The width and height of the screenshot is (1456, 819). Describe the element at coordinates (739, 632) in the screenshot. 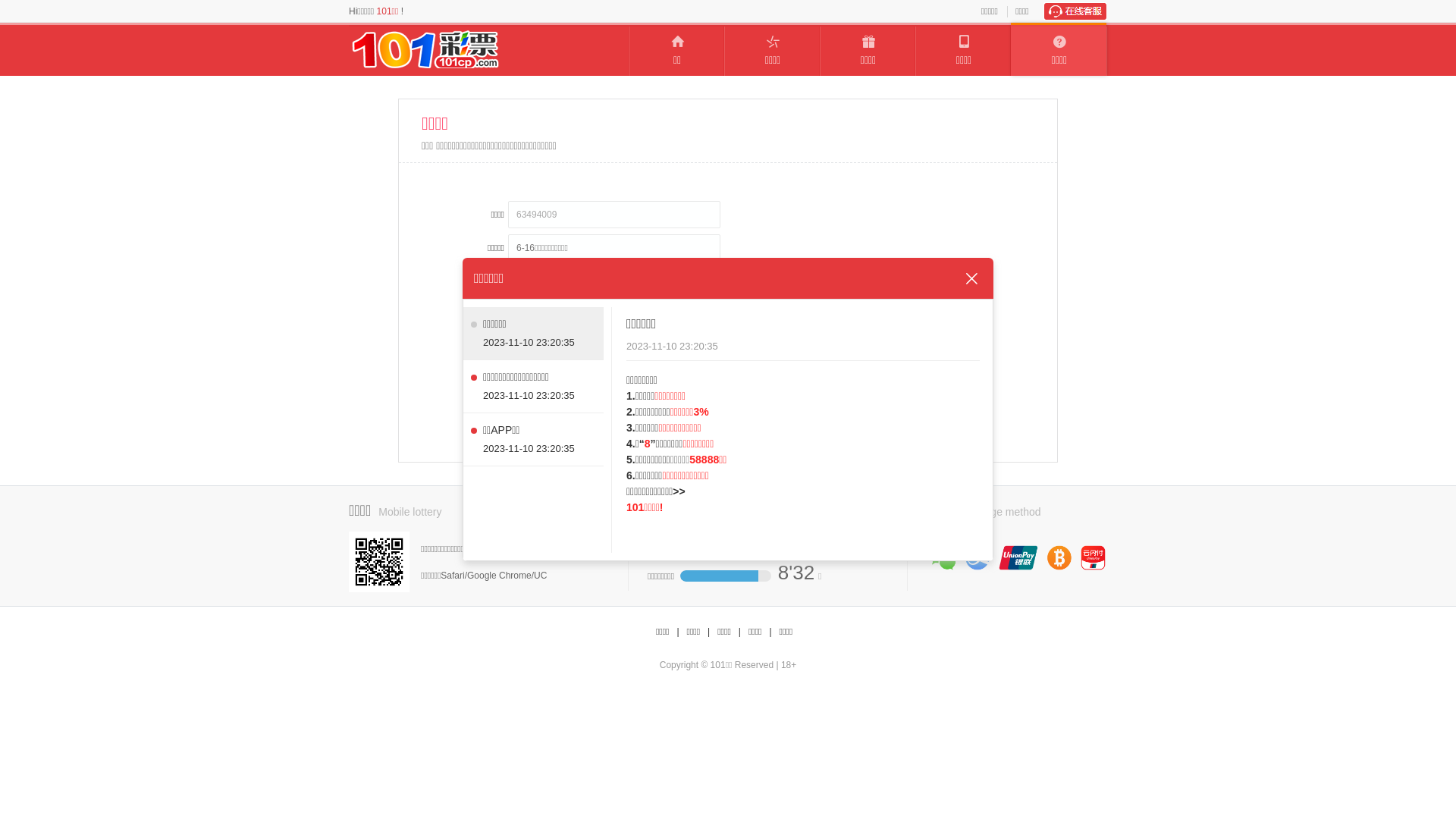

I see `'|'` at that location.